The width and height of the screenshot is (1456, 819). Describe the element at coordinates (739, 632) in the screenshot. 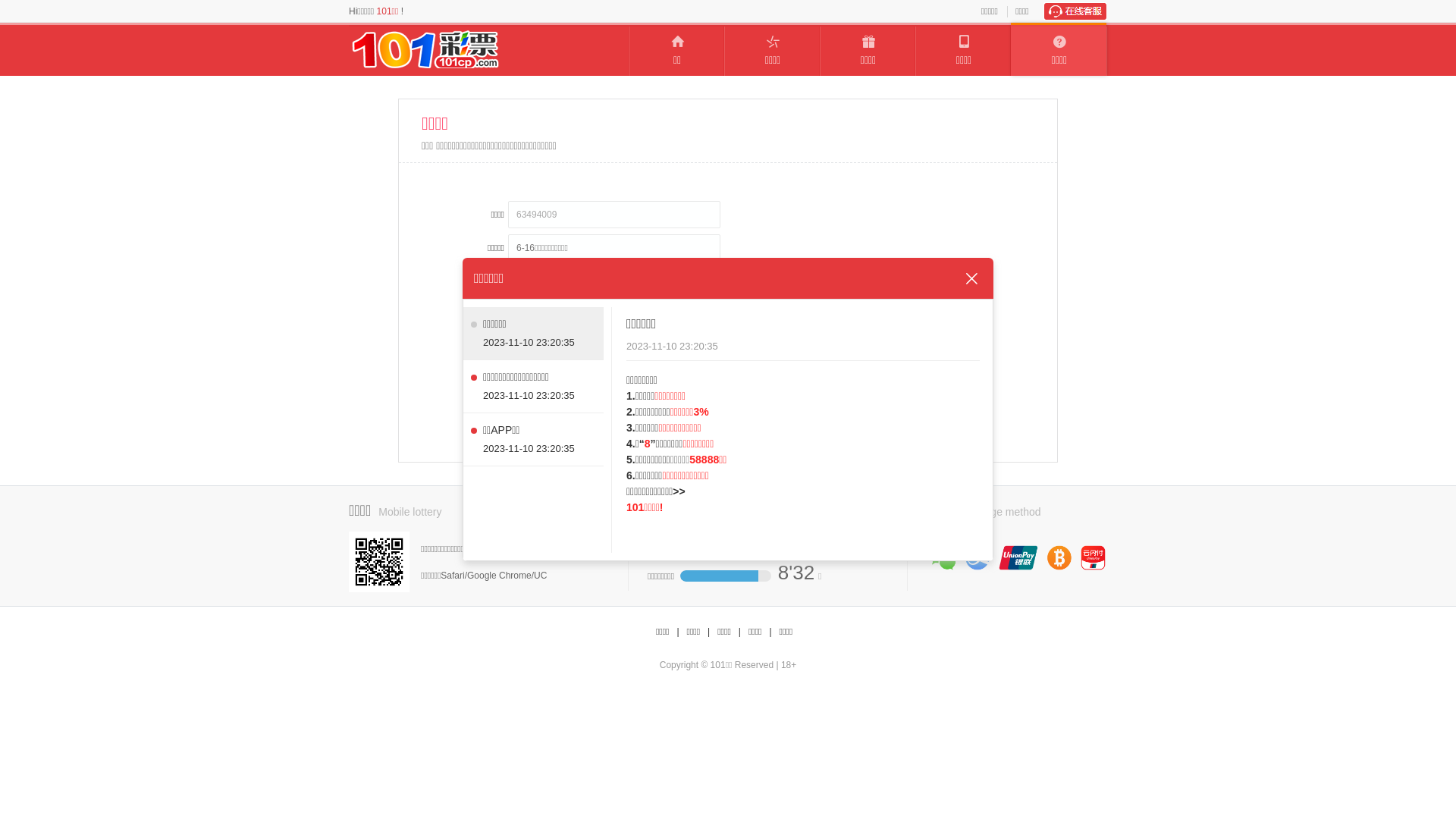

I see `'|'` at that location.